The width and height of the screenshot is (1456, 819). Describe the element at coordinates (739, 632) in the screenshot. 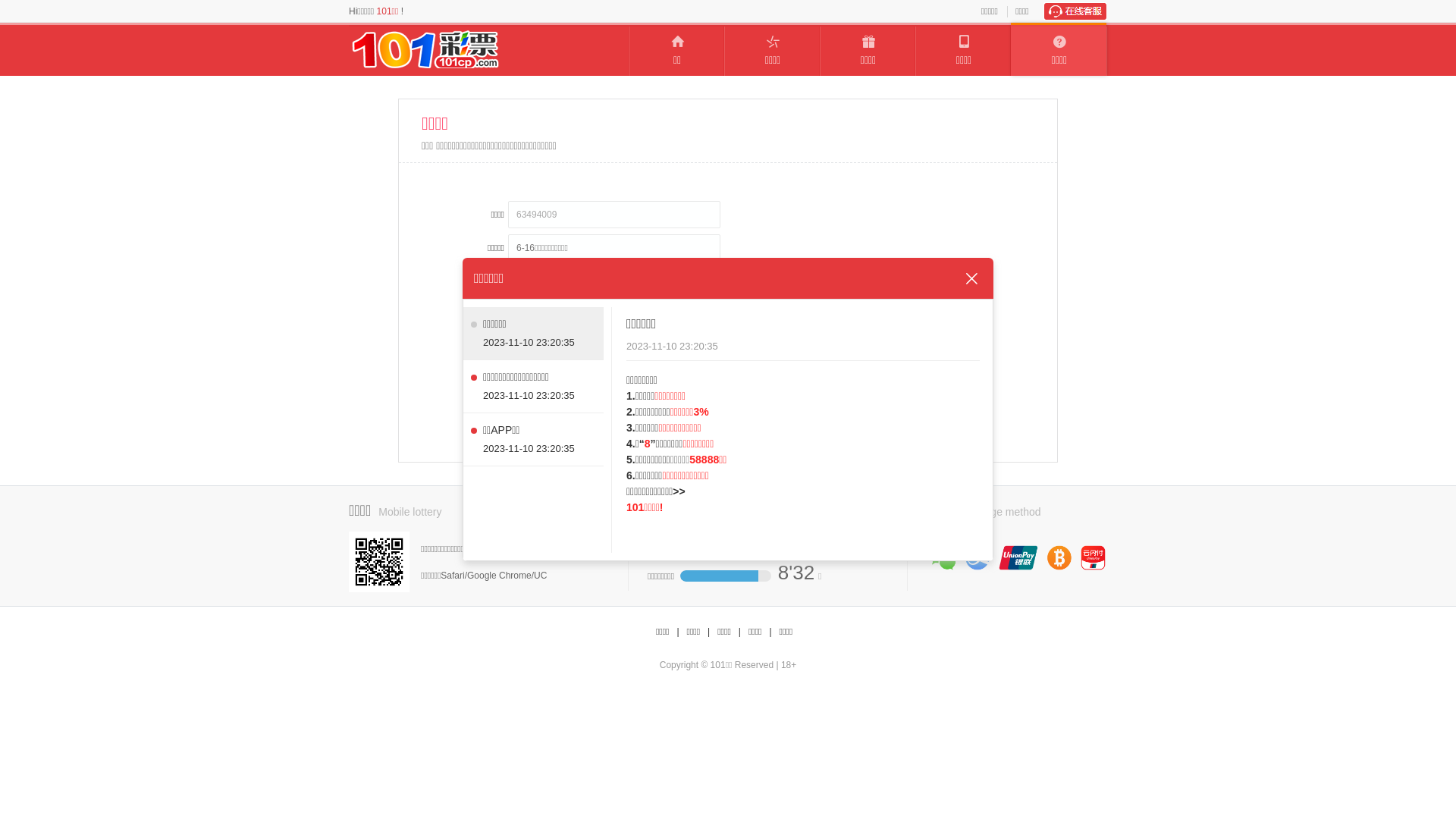

I see `'|'` at that location.